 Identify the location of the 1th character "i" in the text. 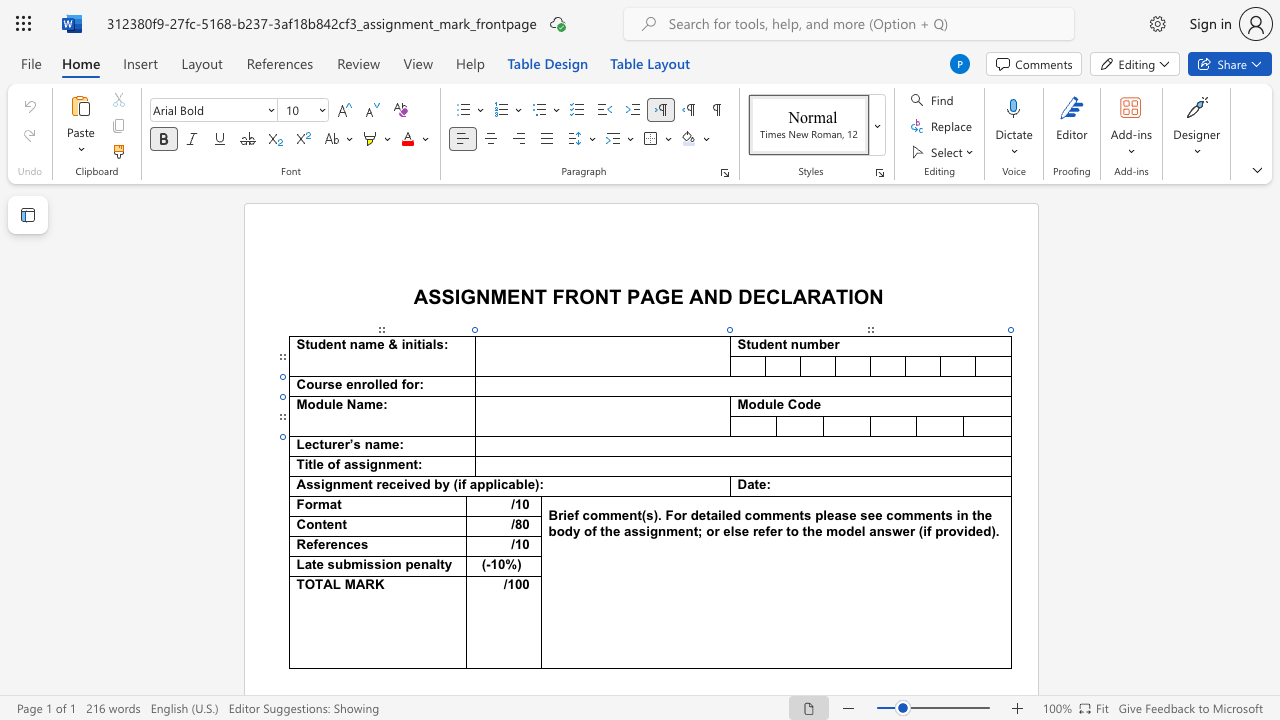
(564, 514).